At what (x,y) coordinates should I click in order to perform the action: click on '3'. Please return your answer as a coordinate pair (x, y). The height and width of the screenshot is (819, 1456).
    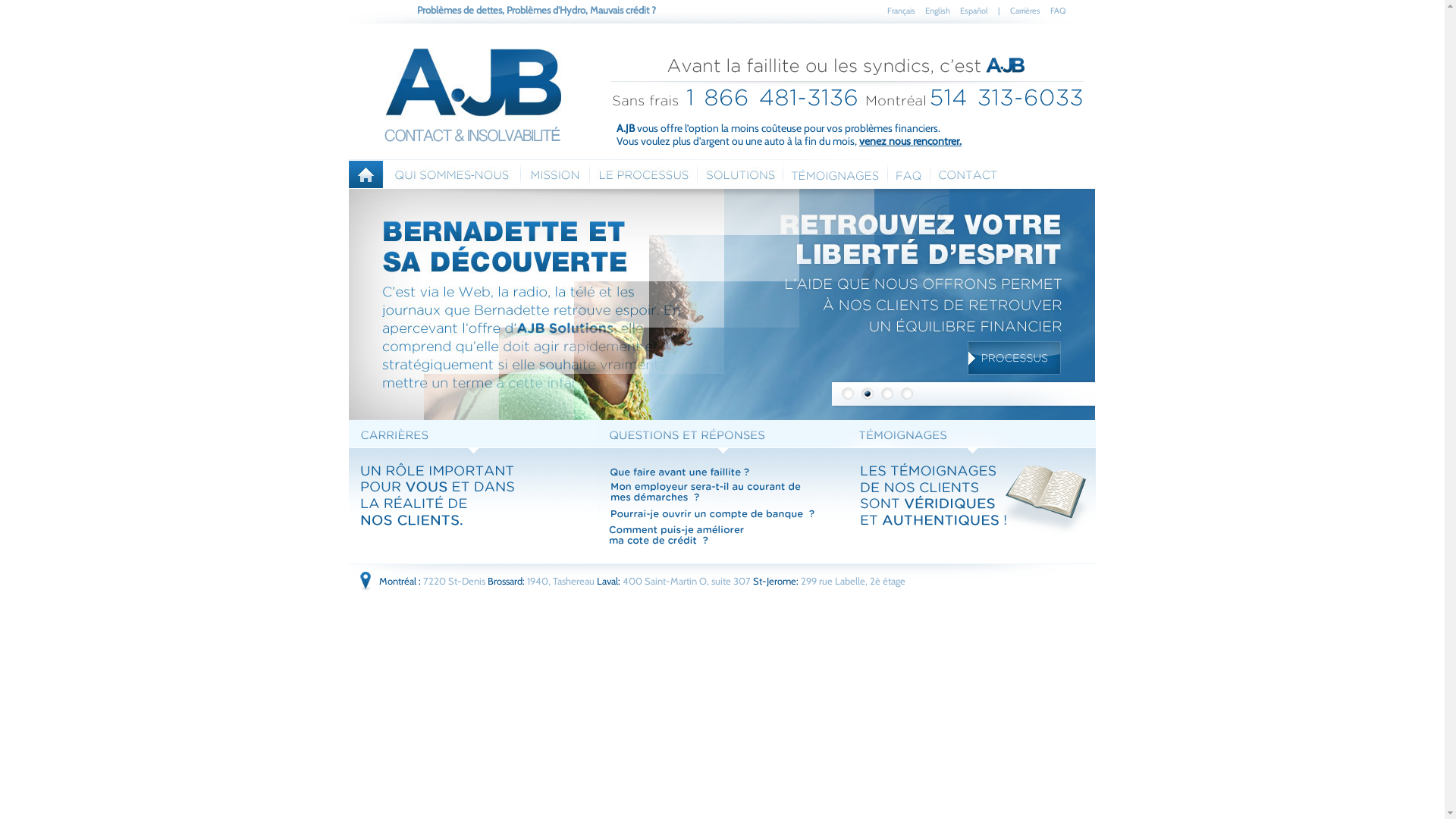
    Looking at the image, I should click on (887, 393).